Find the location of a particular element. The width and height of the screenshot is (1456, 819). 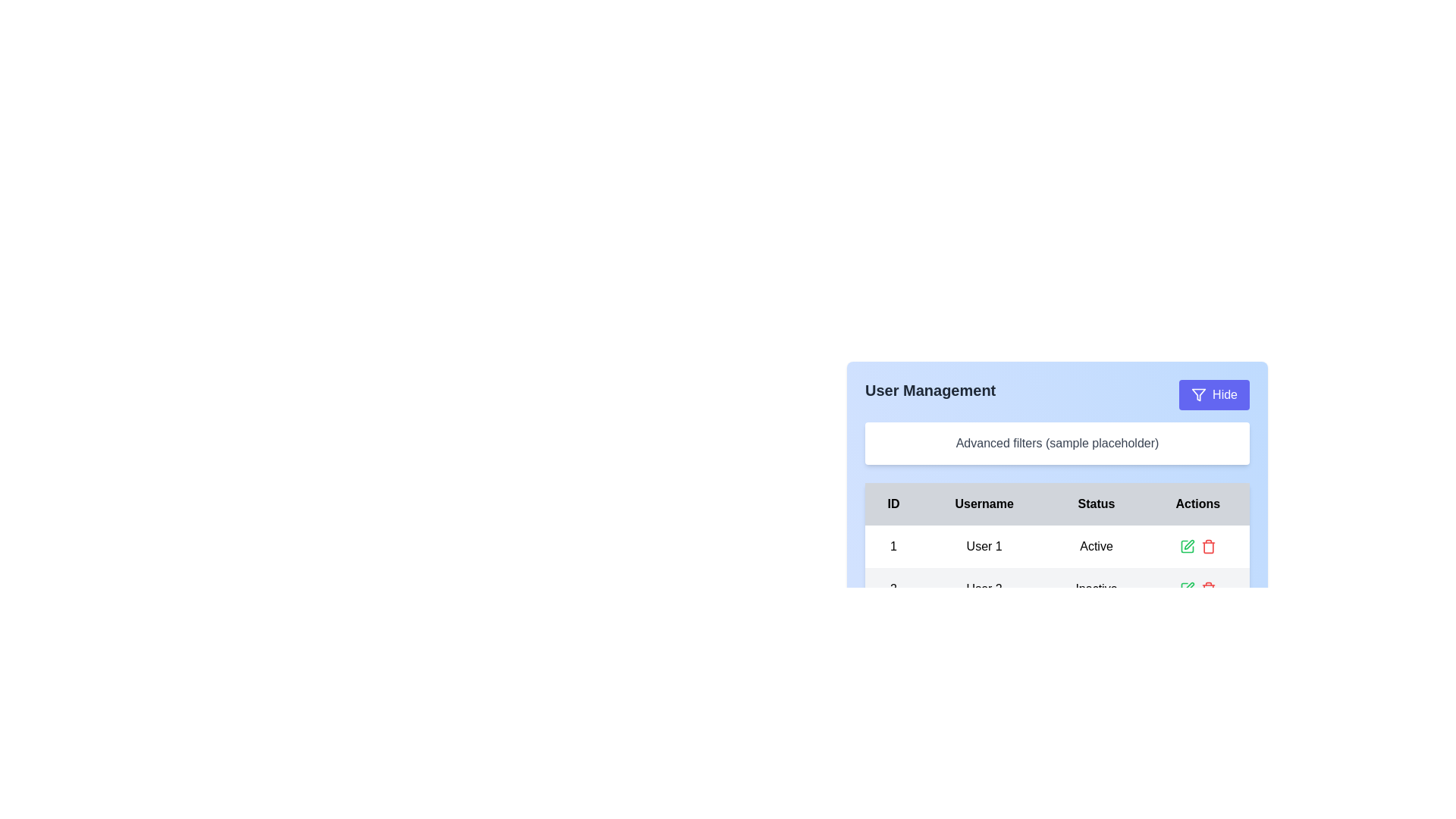

the text label displaying 'User 2' which is centrally aligned in the 'Username' column of the table is located at coordinates (984, 588).